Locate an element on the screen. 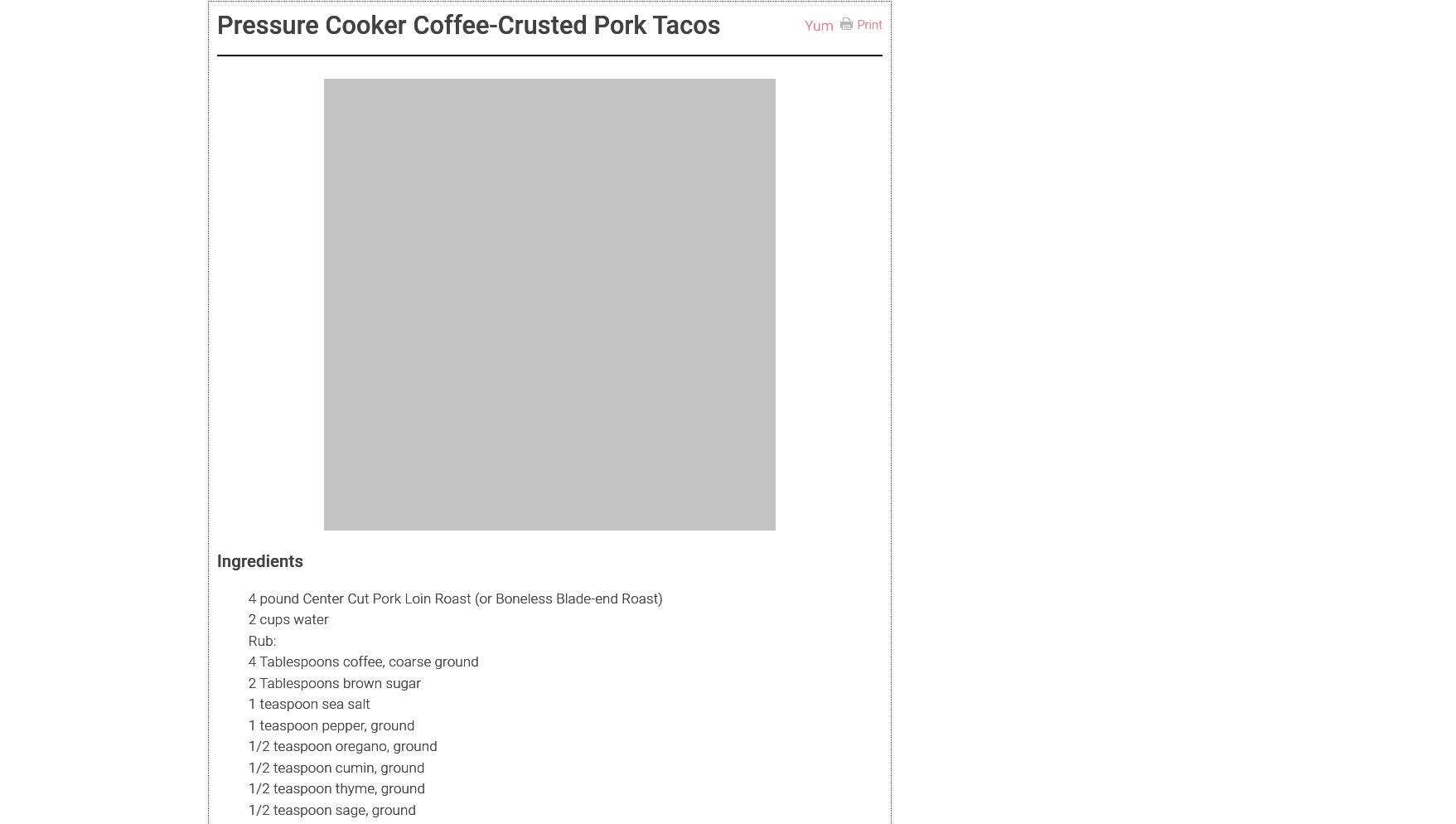  '1 teaspoon sea salt' is located at coordinates (308, 702).